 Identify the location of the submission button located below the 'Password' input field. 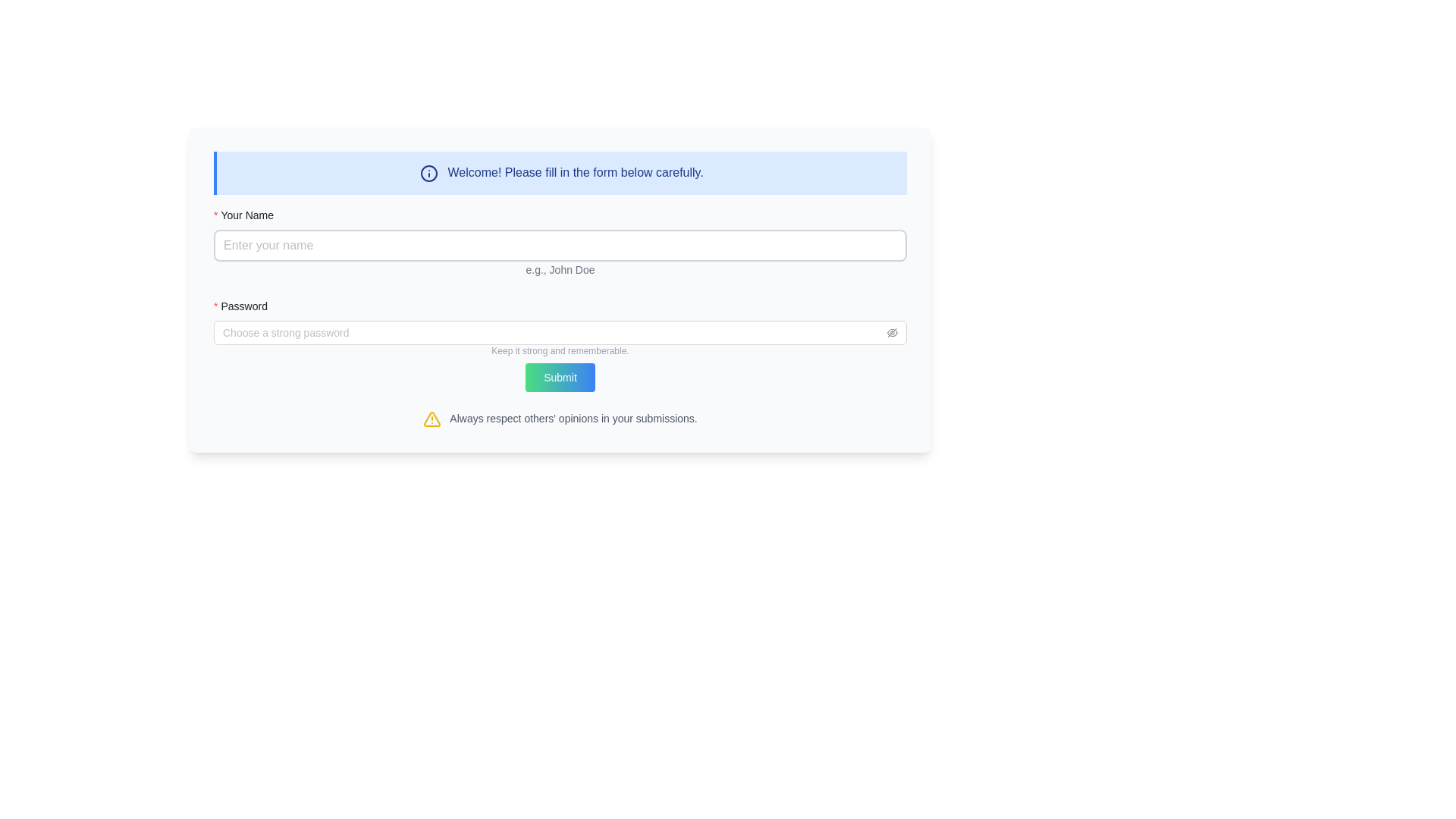
(560, 376).